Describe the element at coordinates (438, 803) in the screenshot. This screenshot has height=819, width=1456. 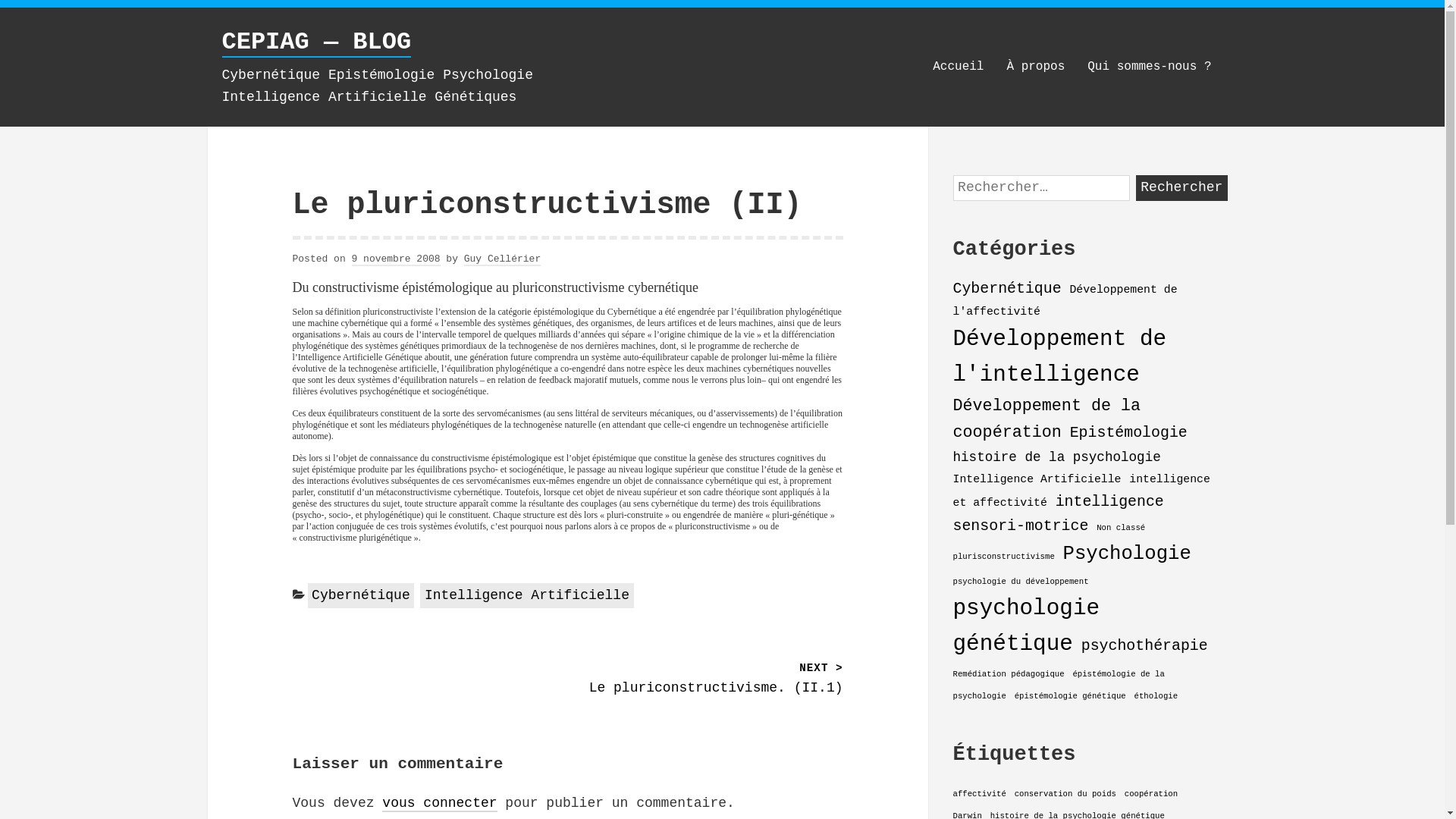
I see `'vous connecter'` at that location.